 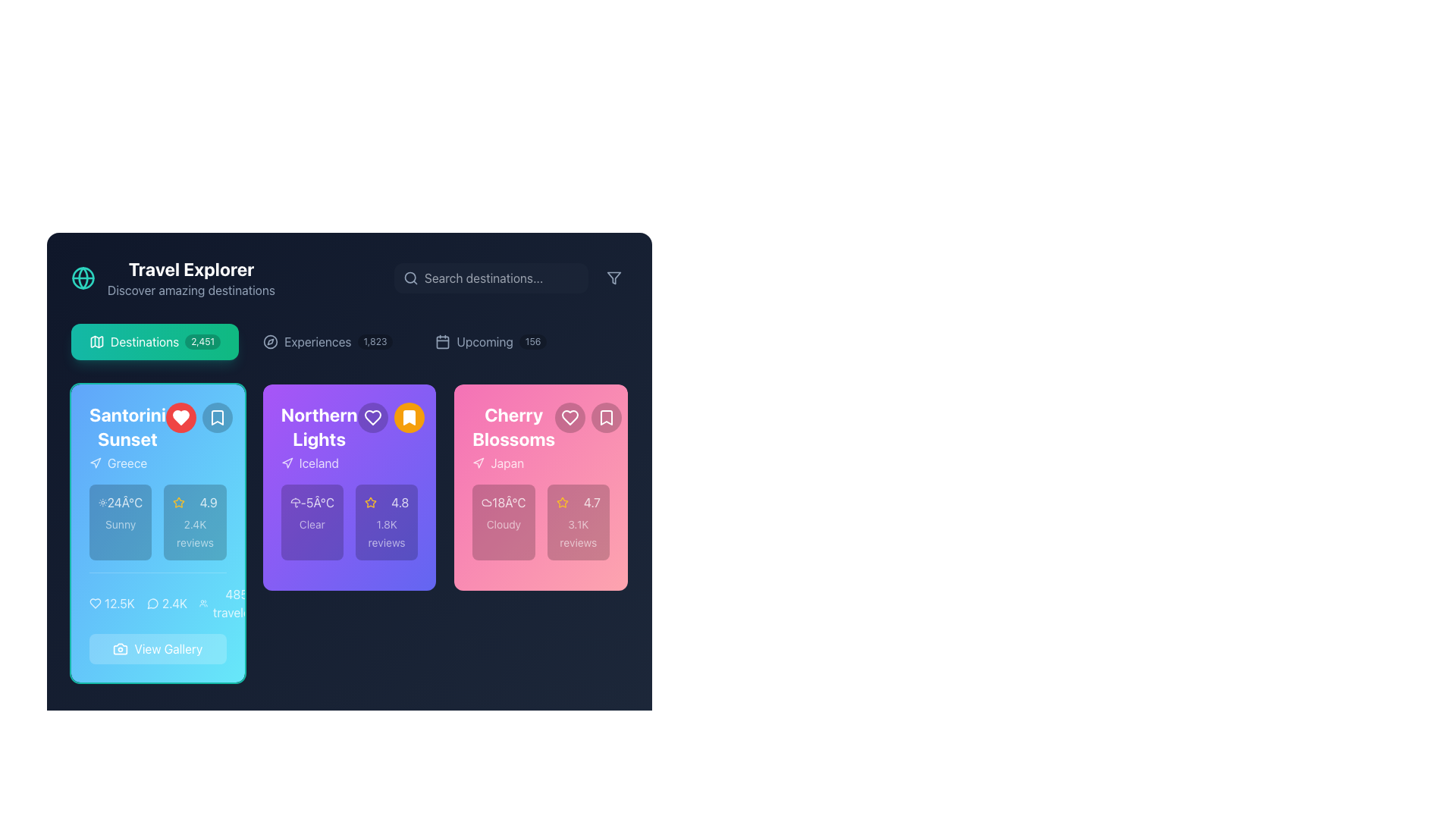 What do you see at coordinates (120, 648) in the screenshot?
I see `the camera icon within the 'View Gallery' button located at the lower section of the 'Santorini Sunset' card` at bounding box center [120, 648].